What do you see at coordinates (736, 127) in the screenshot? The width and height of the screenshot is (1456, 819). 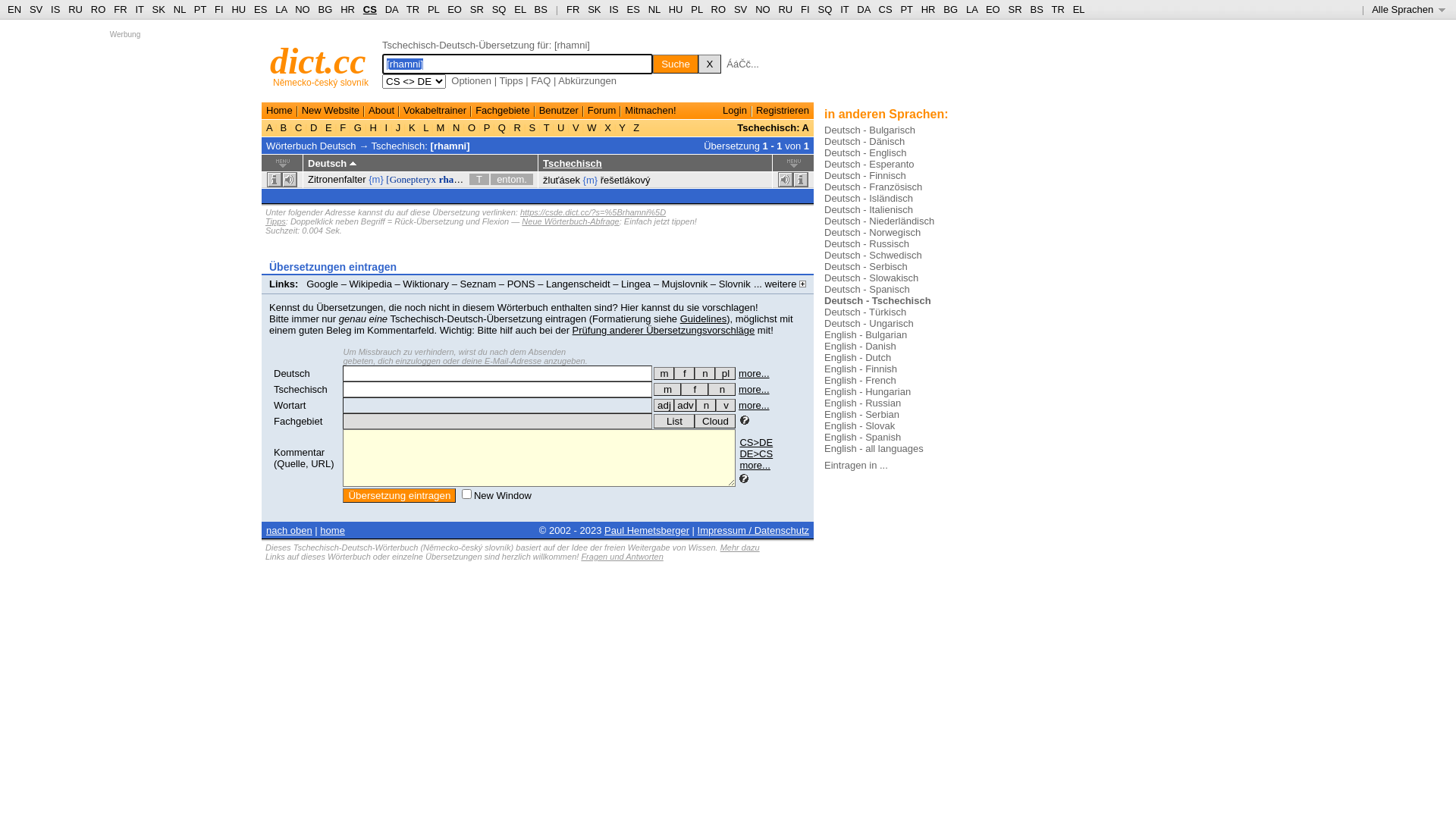 I see `'Tschechisch: A'` at bounding box center [736, 127].